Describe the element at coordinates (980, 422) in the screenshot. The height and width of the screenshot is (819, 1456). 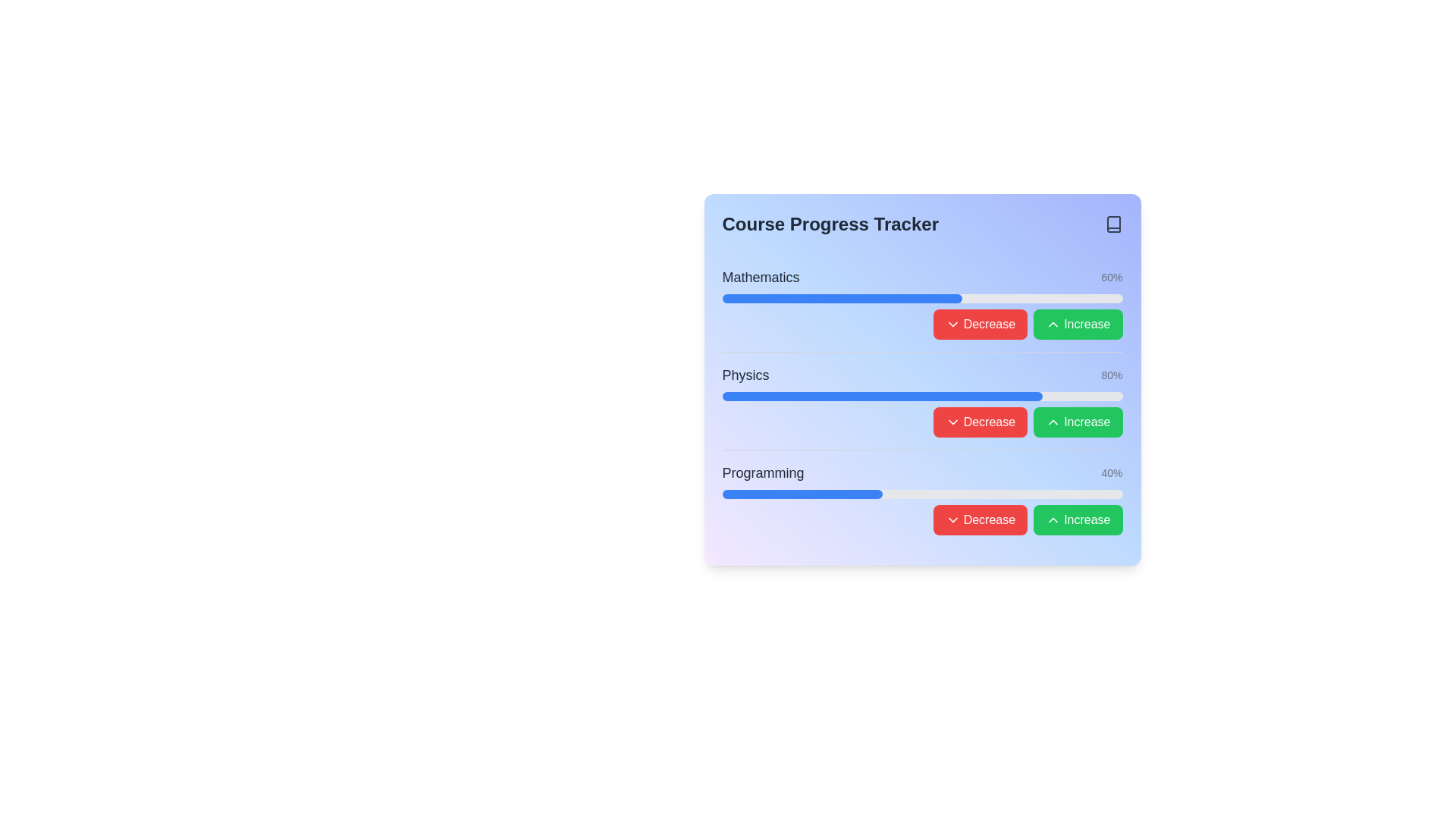
I see `the red button labeled '↓ Decrease'` at that location.